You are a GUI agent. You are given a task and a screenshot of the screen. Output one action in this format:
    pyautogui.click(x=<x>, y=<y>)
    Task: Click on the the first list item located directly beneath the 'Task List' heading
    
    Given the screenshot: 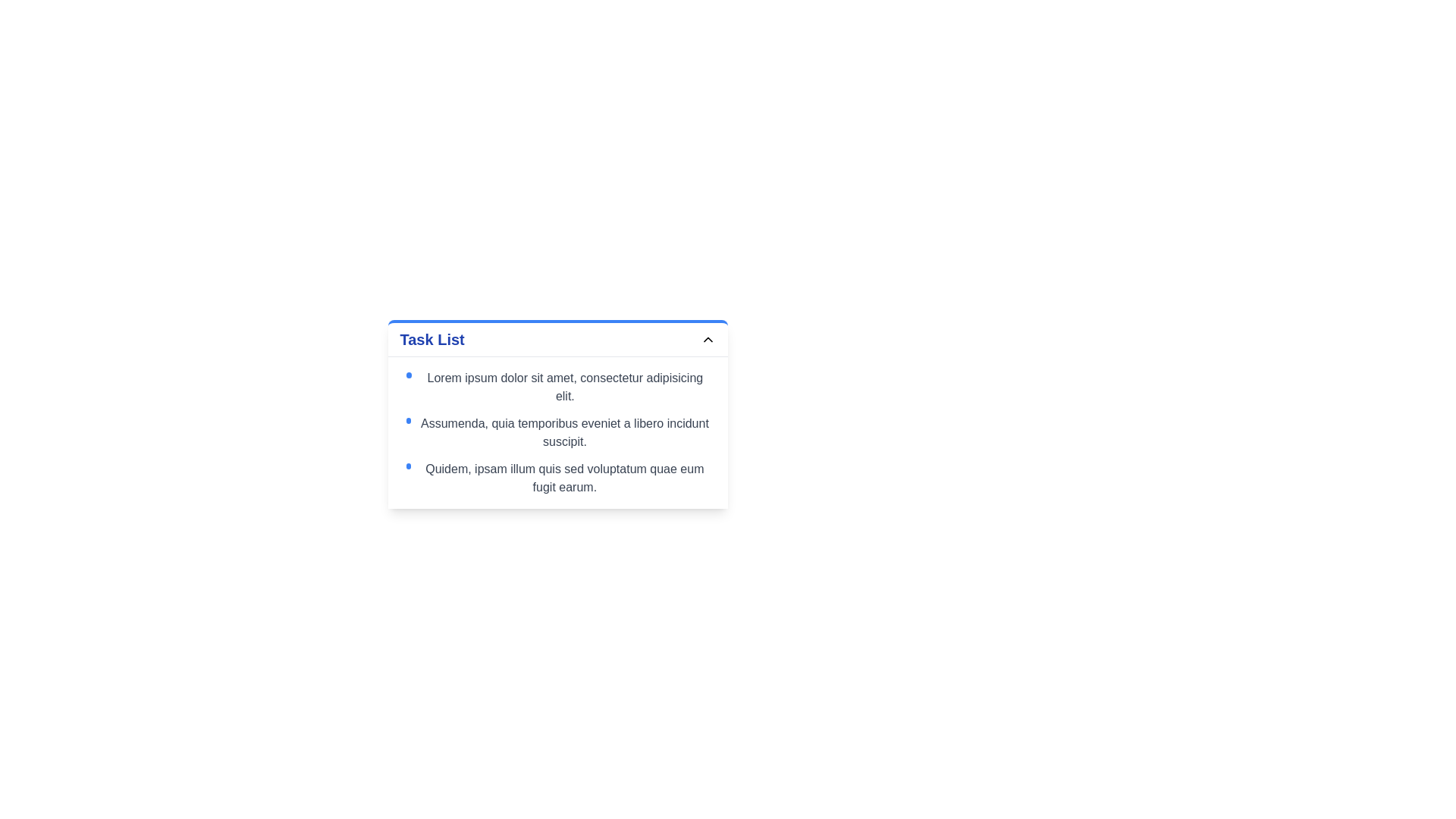 What is the action you would take?
    pyautogui.click(x=557, y=386)
    